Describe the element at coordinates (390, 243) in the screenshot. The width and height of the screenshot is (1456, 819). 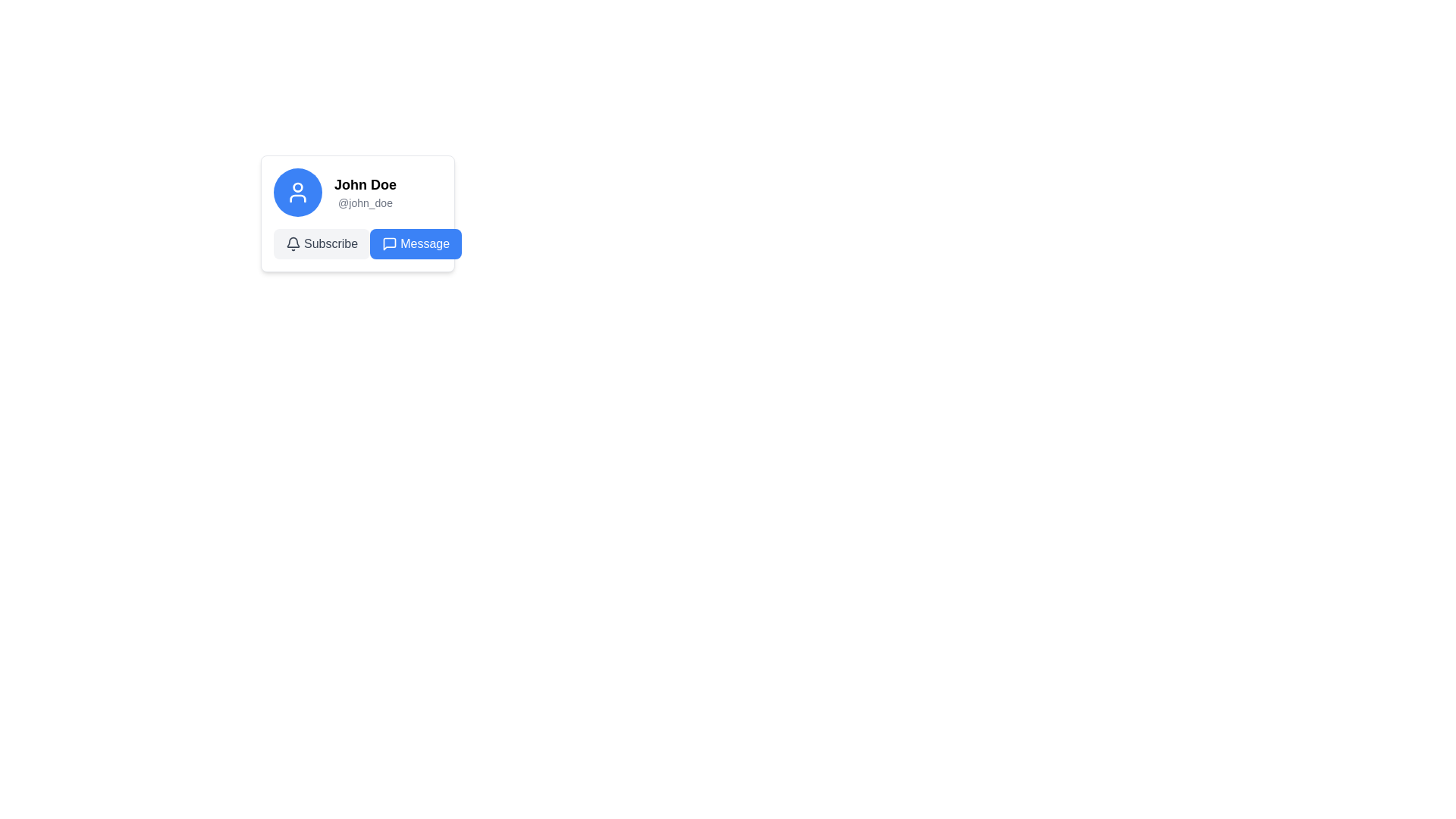
I see `the stylized speech bubble icon located slightly to the right of the center within the blue 'Message' button` at that location.